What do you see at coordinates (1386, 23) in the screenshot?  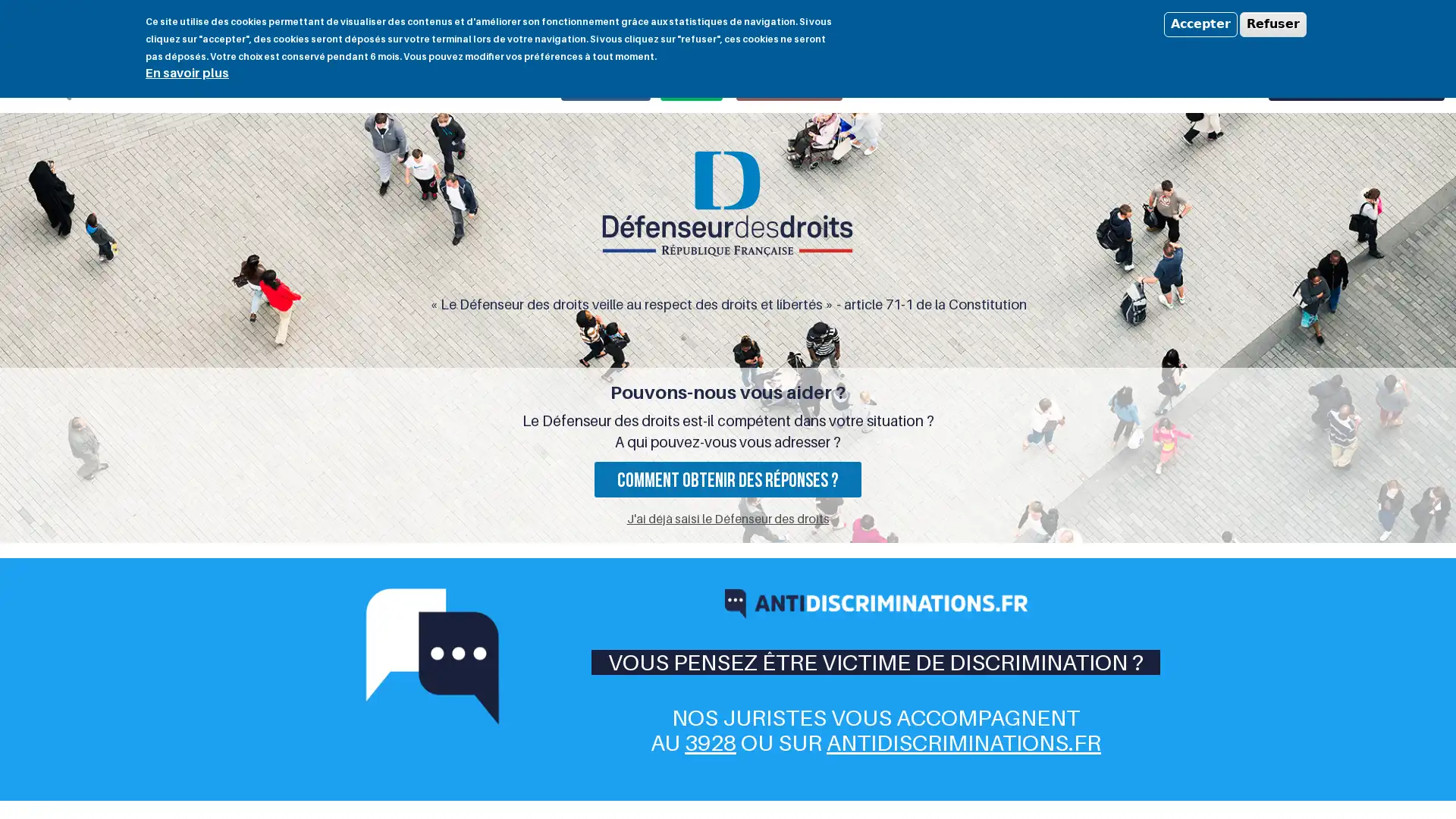 I see `FACIL'iti : Adaptez laffichage` at bounding box center [1386, 23].